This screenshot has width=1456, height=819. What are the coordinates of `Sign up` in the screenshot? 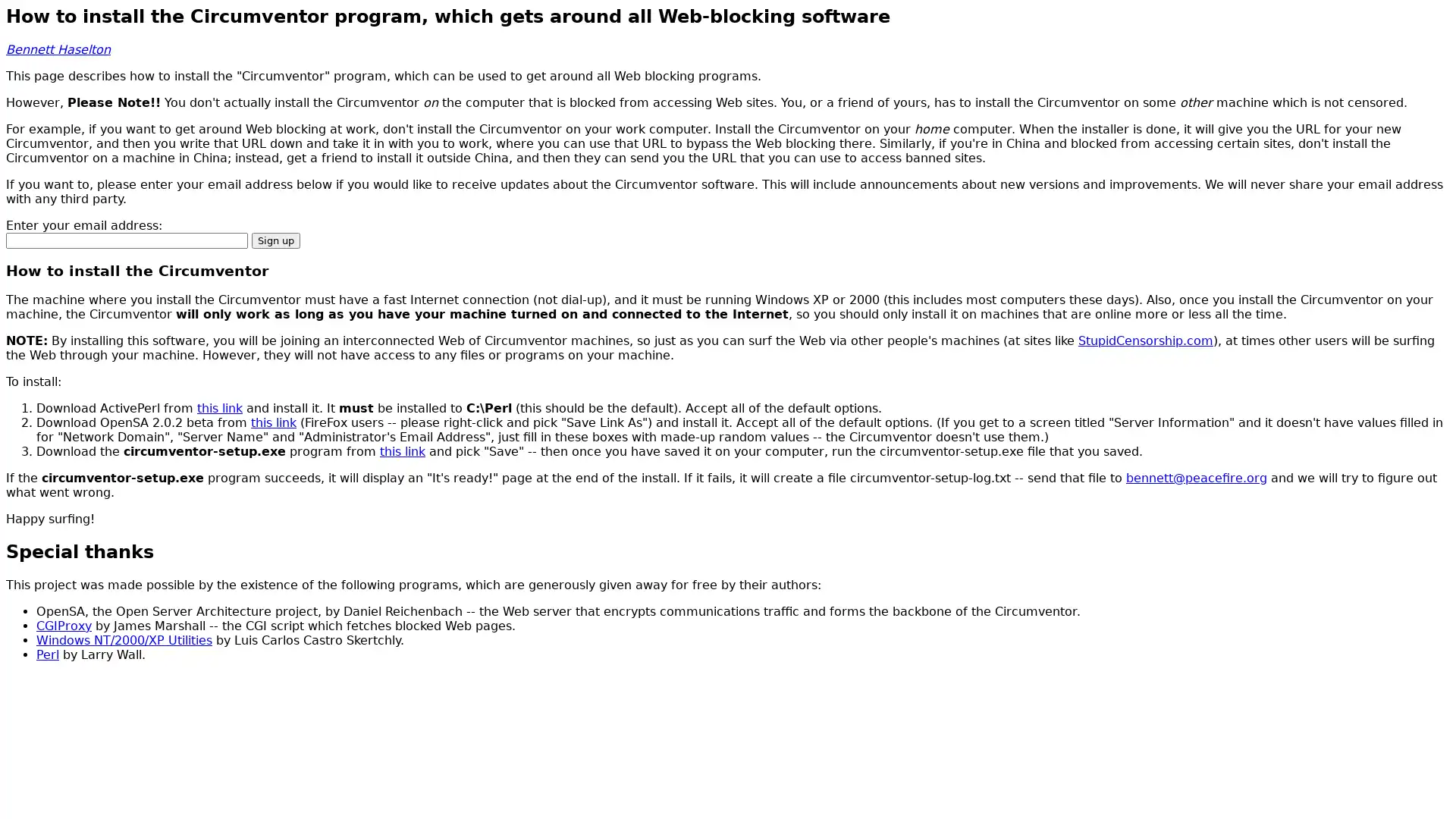 It's located at (276, 239).